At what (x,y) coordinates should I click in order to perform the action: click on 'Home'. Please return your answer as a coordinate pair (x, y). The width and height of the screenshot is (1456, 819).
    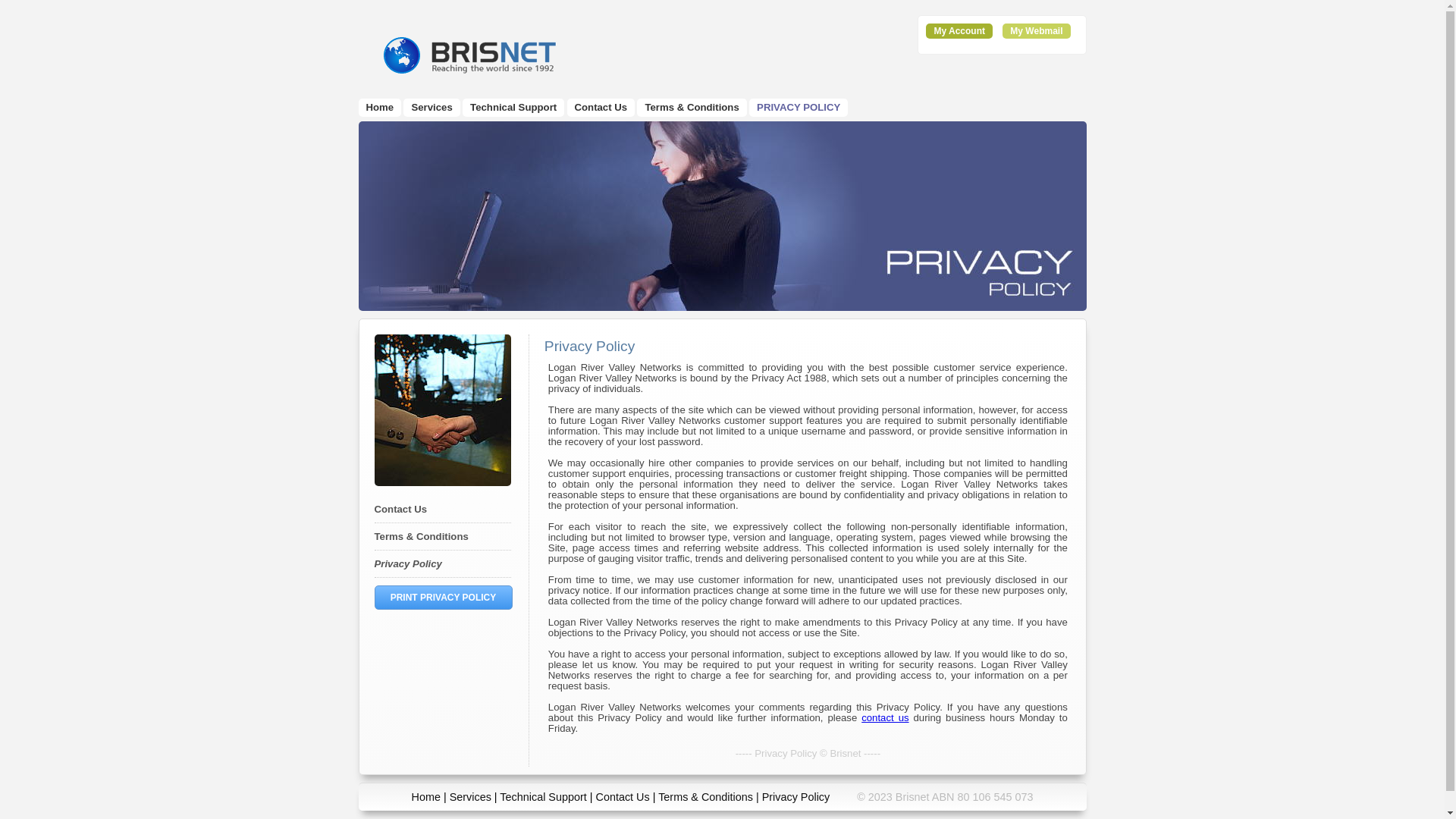
    Looking at the image, I should click on (379, 106).